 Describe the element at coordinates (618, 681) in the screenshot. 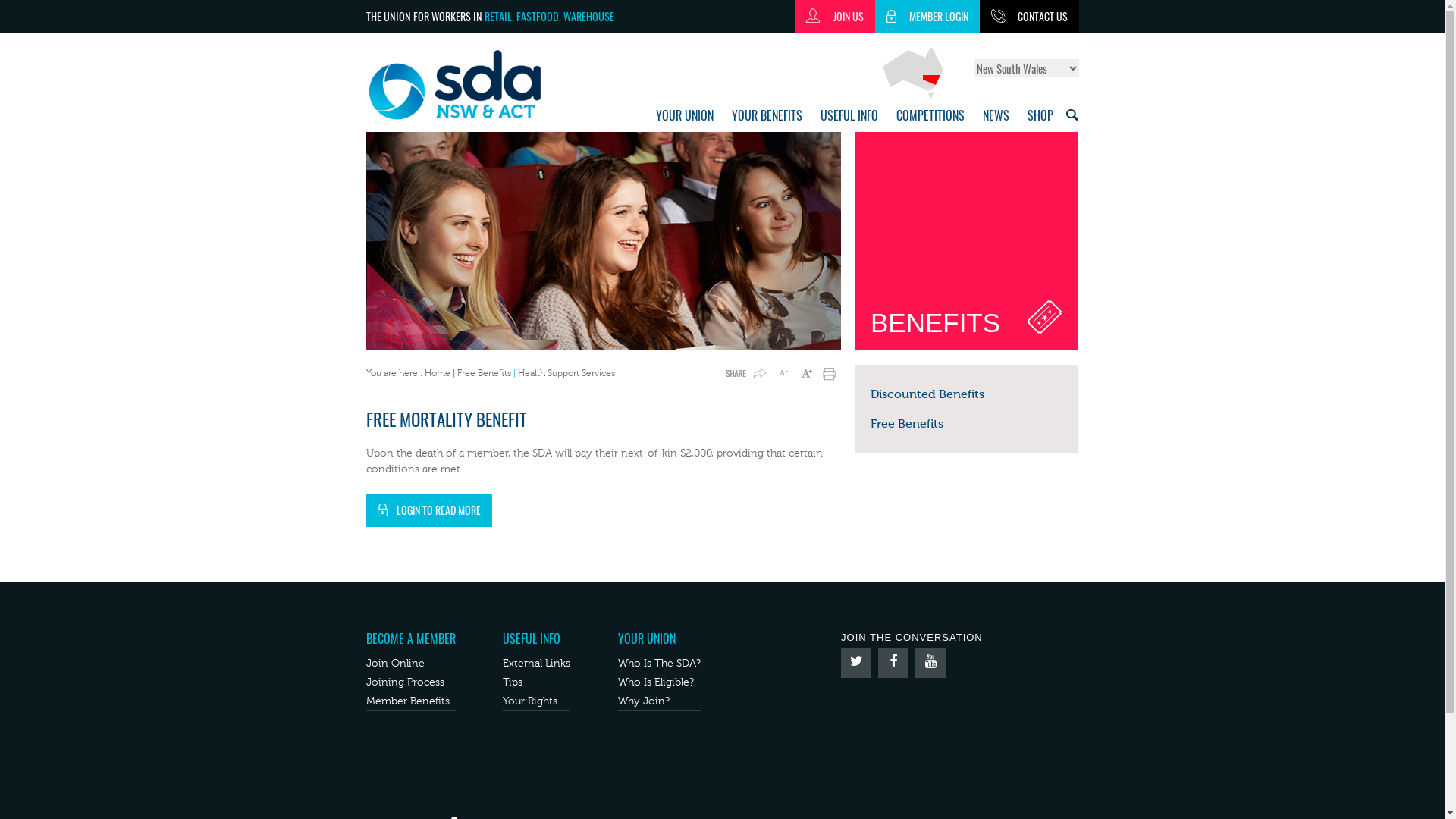

I see `'Who Is Eligible?'` at that location.